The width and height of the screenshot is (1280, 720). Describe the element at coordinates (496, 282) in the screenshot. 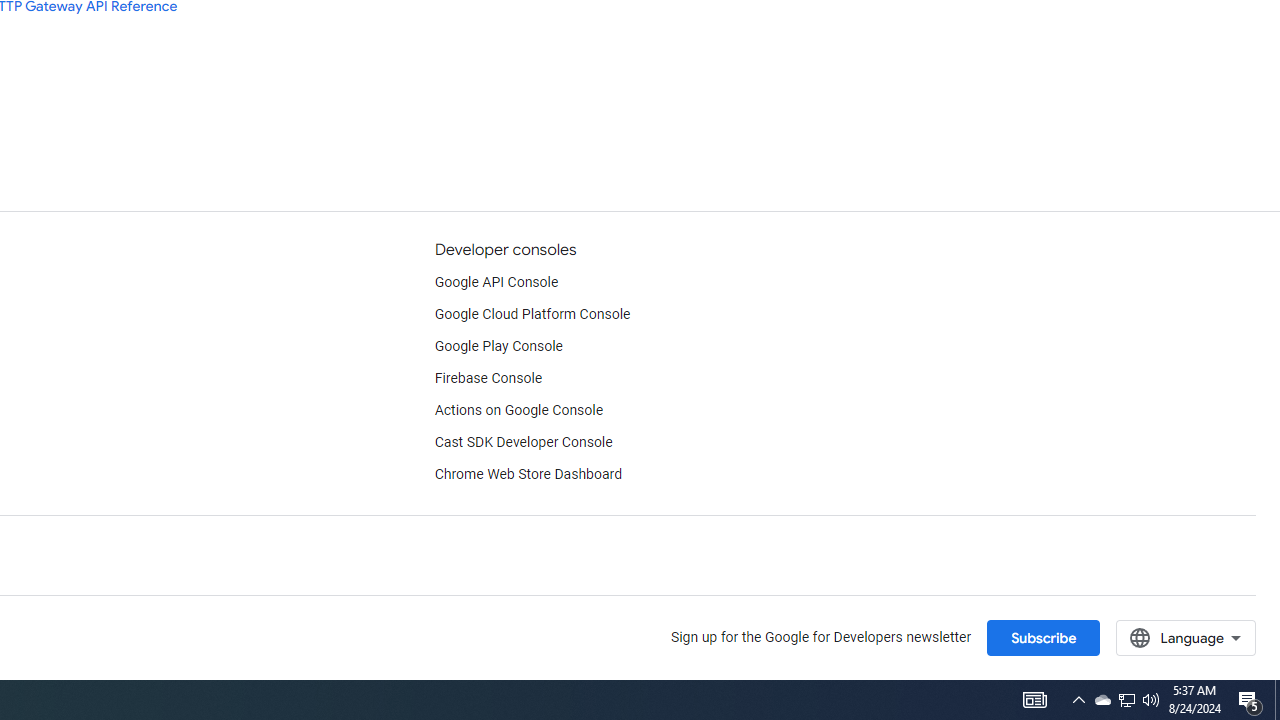

I see `'Google API Console'` at that location.